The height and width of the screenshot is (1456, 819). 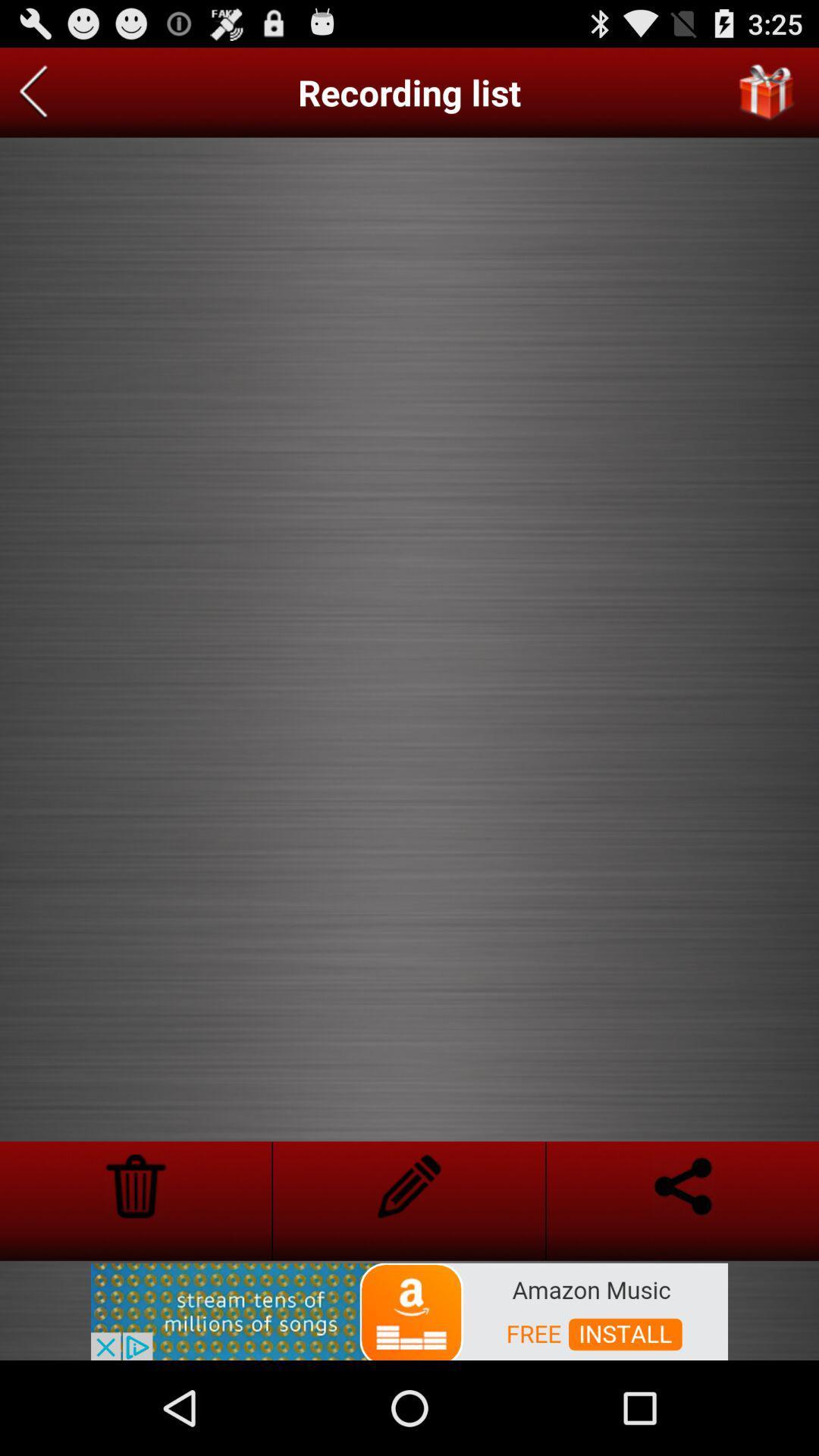 I want to click on edit, so click(x=408, y=1185).